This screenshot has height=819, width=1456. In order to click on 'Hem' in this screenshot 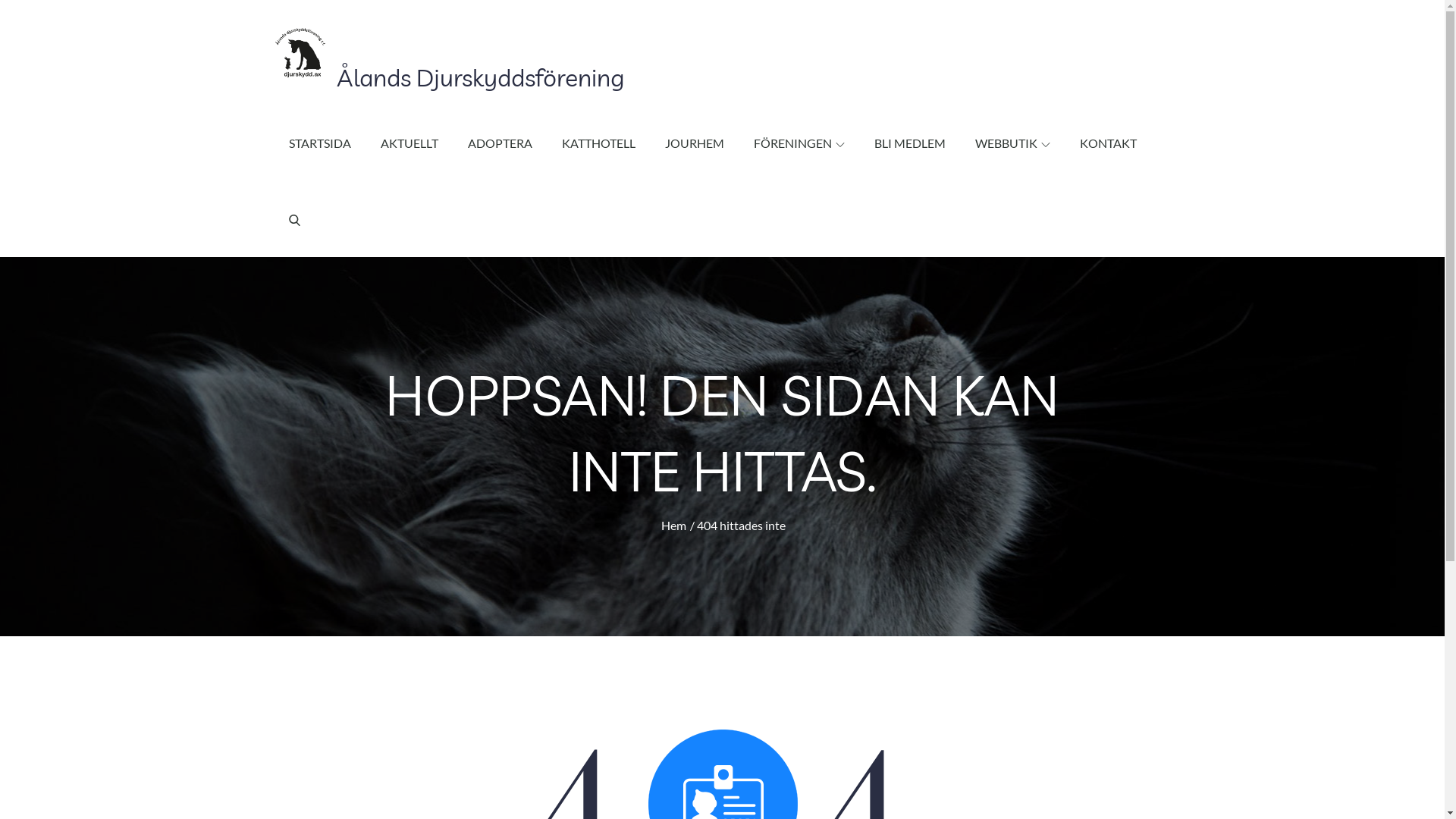, I will do `click(673, 524)`.